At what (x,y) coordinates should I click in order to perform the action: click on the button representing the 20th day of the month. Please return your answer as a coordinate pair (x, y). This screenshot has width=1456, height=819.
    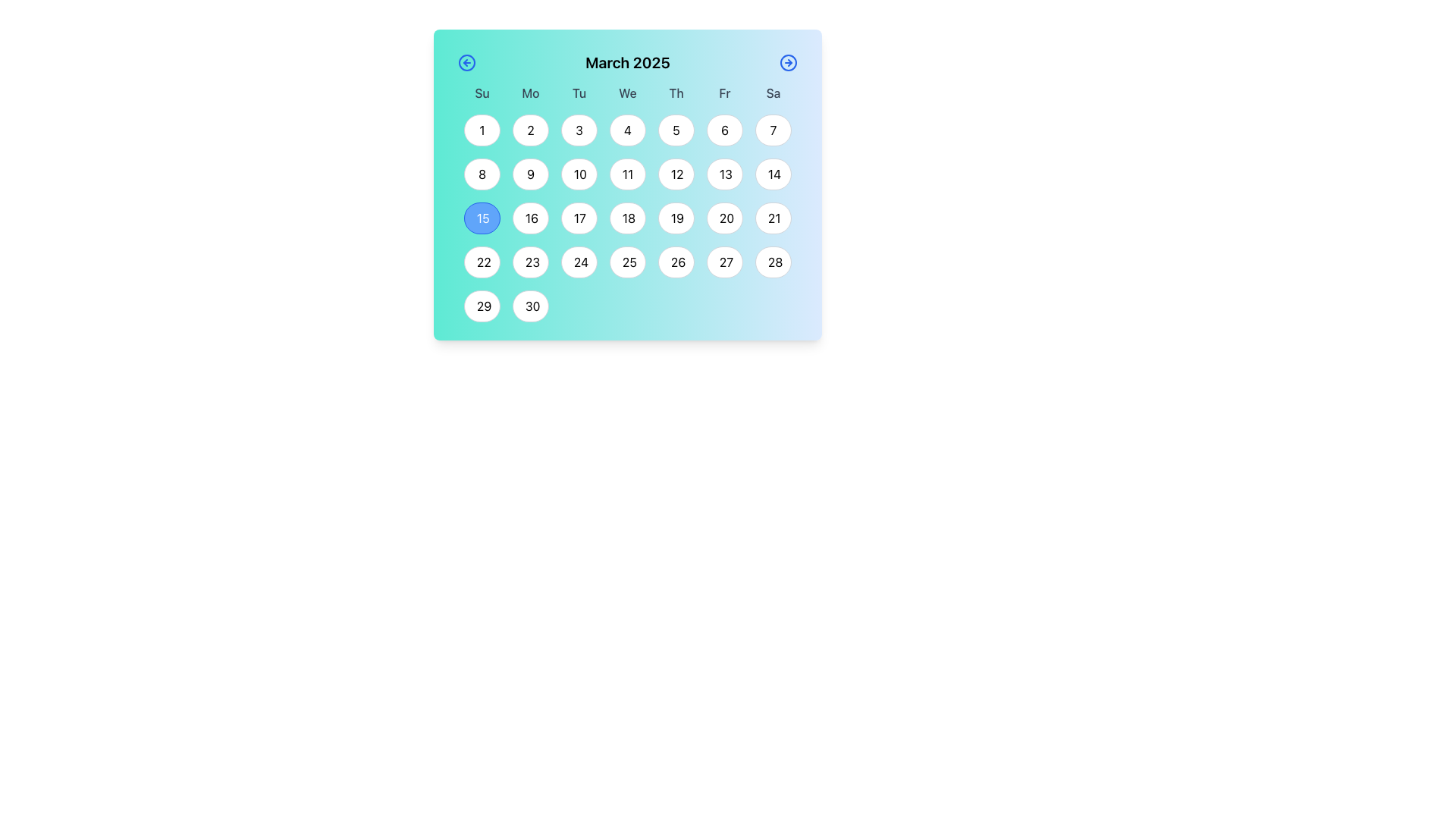
    Looking at the image, I should click on (723, 218).